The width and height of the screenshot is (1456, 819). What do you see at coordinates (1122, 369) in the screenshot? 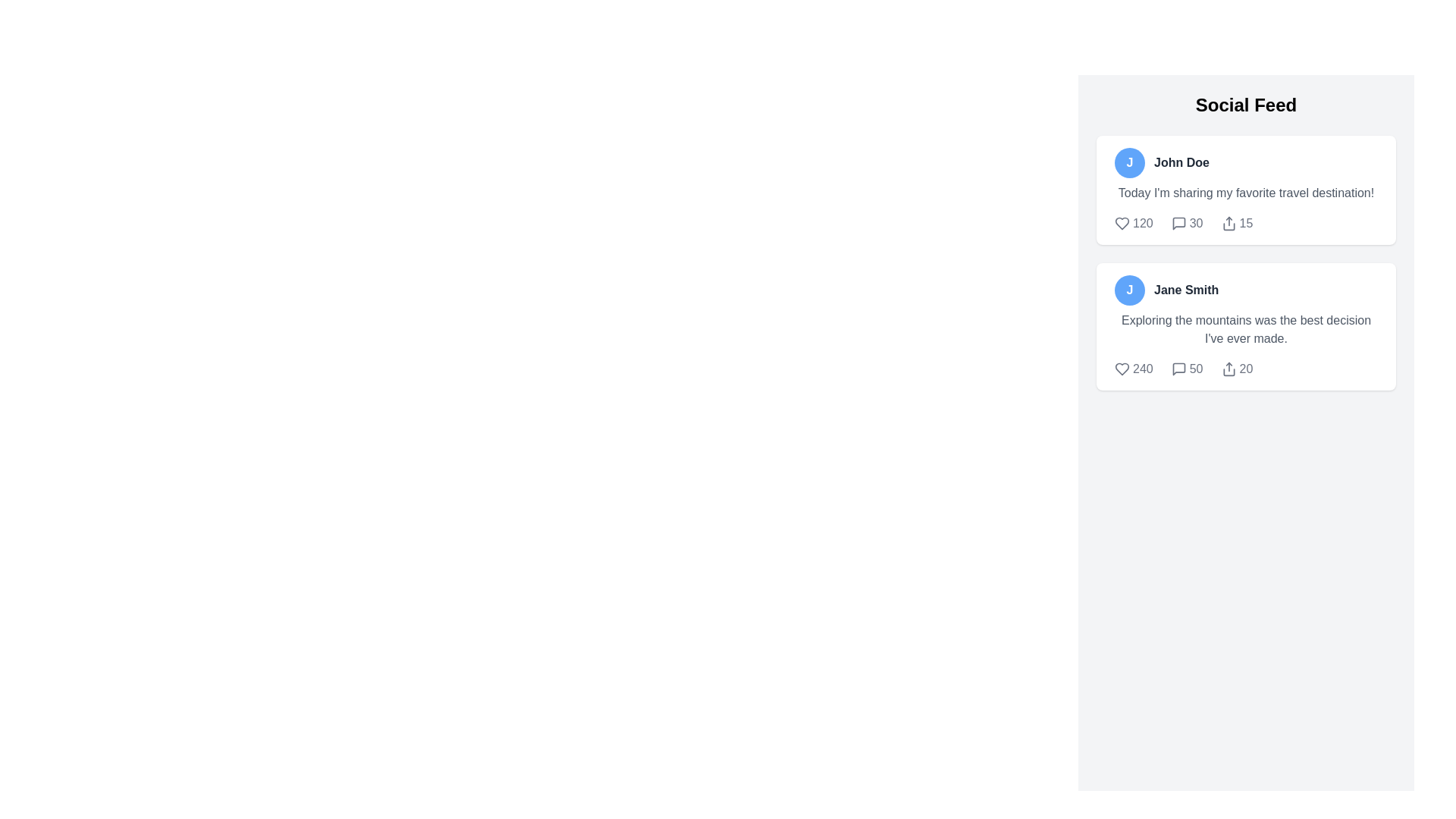
I see `the heart icon located` at bounding box center [1122, 369].